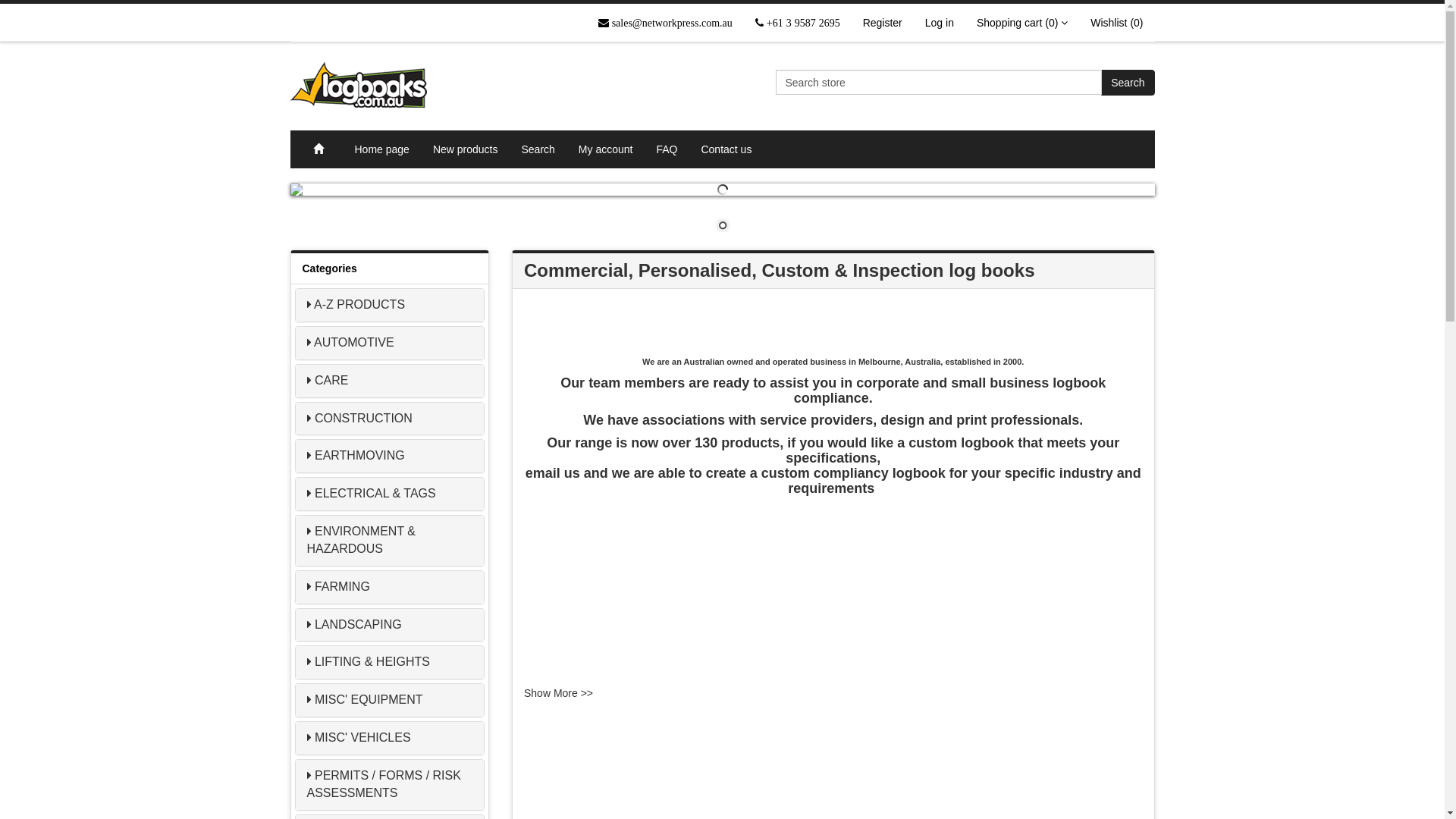 Image resolution: width=1456 pixels, height=819 pixels. What do you see at coordinates (359, 304) in the screenshot?
I see `'A-Z PRODUCTS'` at bounding box center [359, 304].